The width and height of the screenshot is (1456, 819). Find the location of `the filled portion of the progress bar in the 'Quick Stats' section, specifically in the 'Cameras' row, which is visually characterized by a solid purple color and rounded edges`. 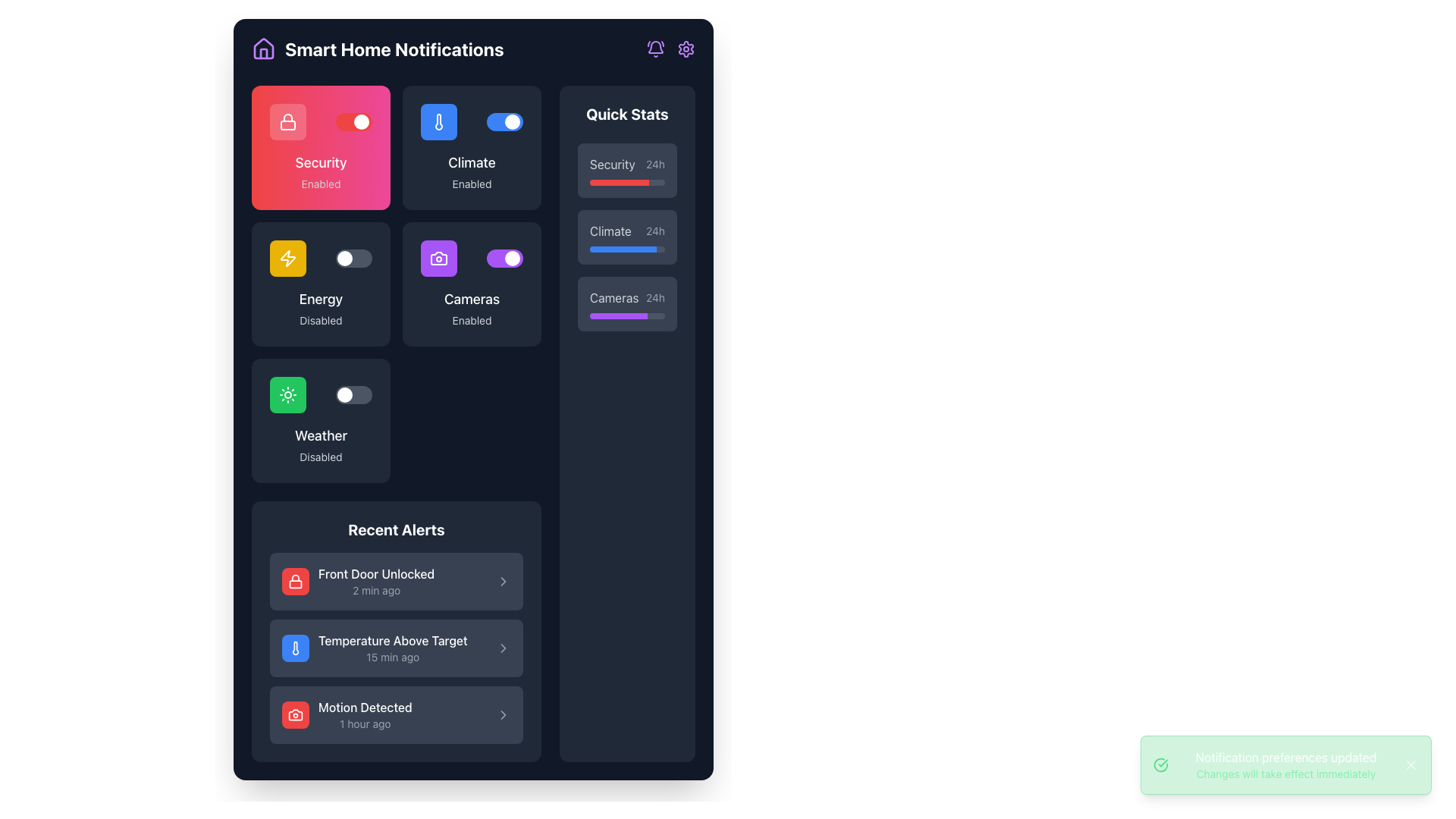

the filled portion of the progress bar in the 'Quick Stats' section, specifically in the 'Cameras' row, which is visually characterized by a solid purple color and rounded edges is located at coordinates (619, 315).